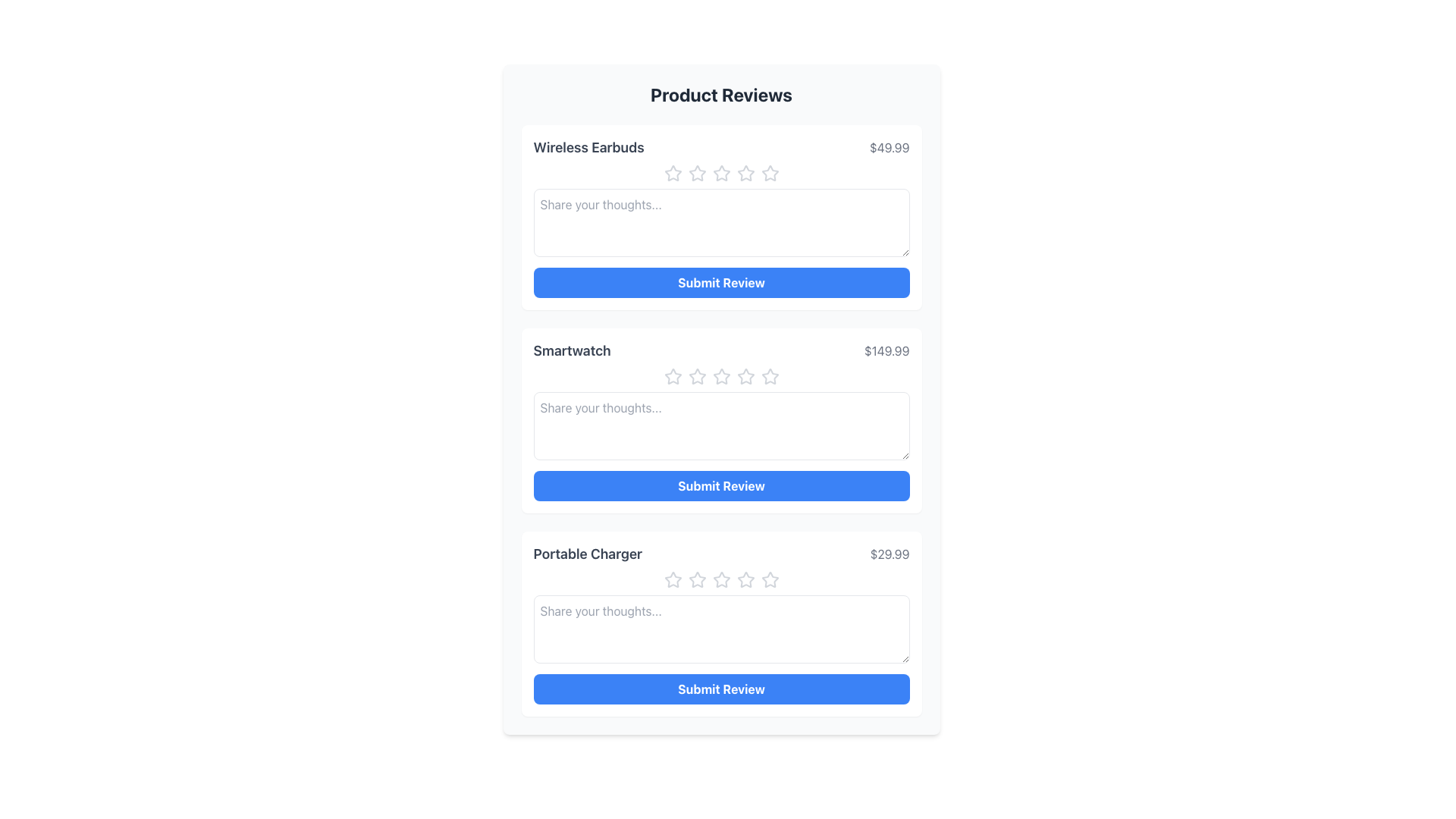  Describe the element at coordinates (720, 172) in the screenshot. I see `the second star icon in the rating section located under the product title 'Wireless Earbuds'` at that location.